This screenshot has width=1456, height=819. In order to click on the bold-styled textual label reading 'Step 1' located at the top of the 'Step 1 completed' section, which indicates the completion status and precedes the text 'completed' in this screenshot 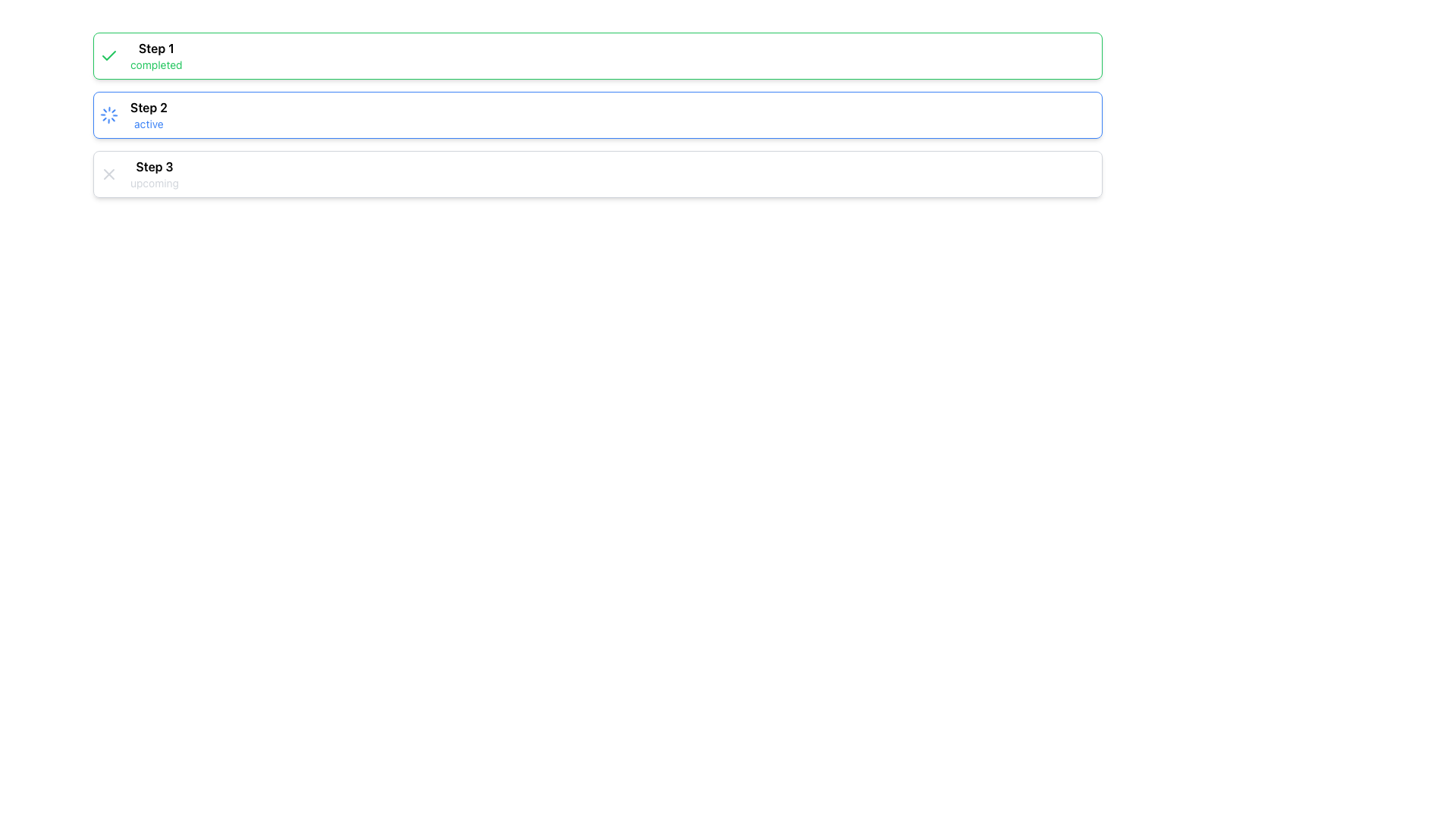, I will do `click(156, 48)`.